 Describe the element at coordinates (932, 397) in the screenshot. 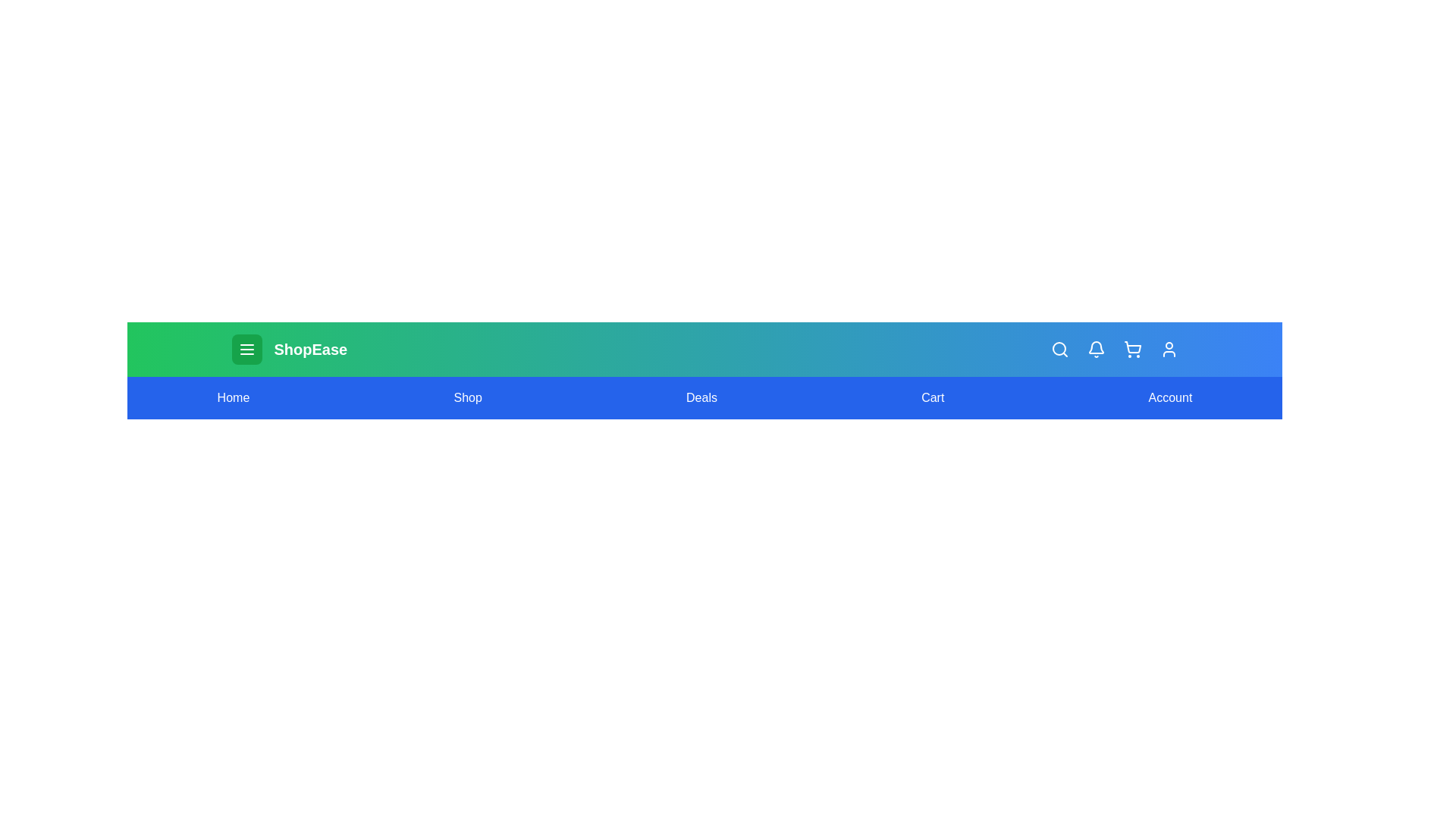

I see `the Cart navigation link to navigate to the corresponding section` at that location.